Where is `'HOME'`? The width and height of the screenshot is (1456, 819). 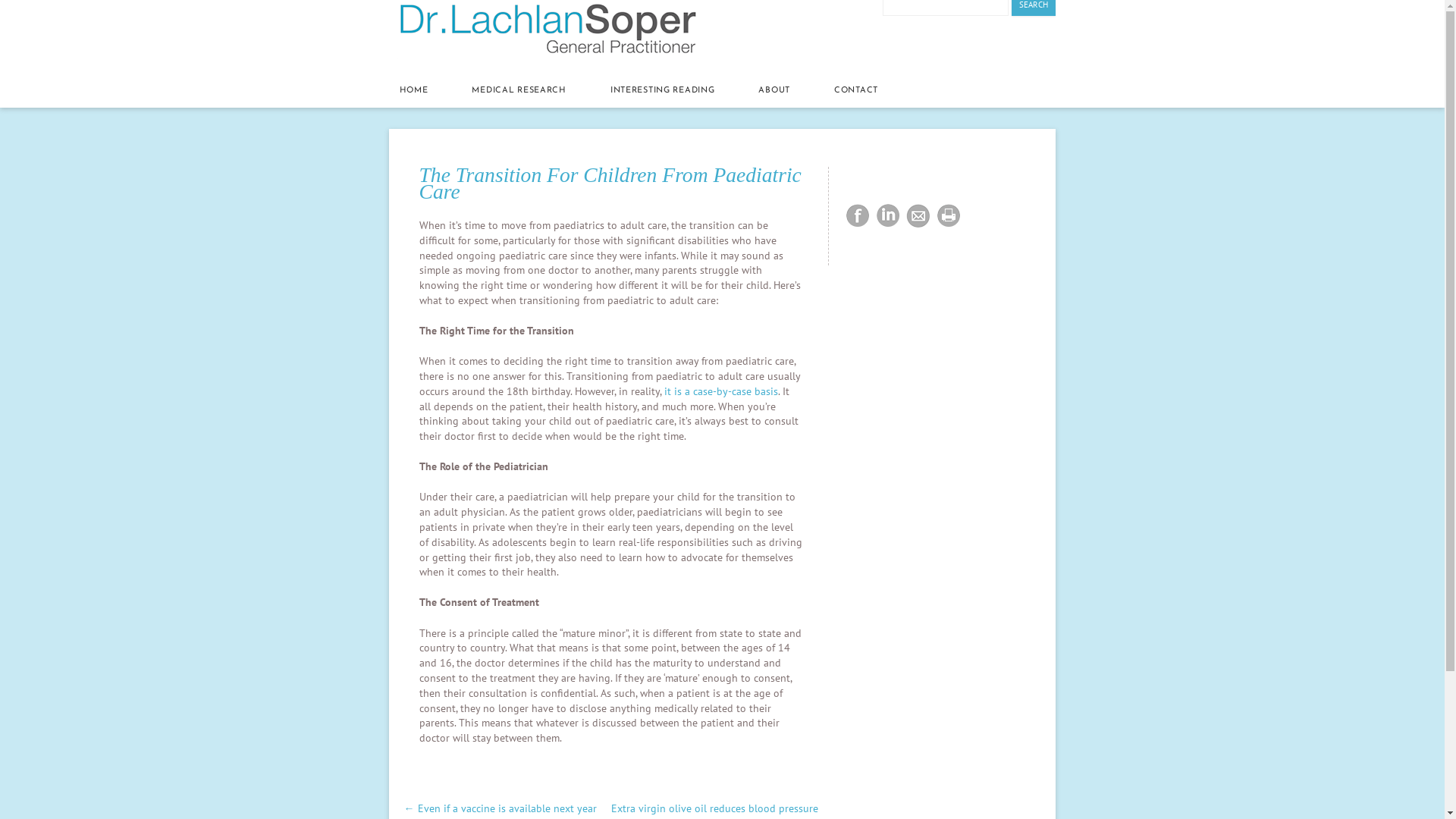 'HOME' is located at coordinates (400, 91).